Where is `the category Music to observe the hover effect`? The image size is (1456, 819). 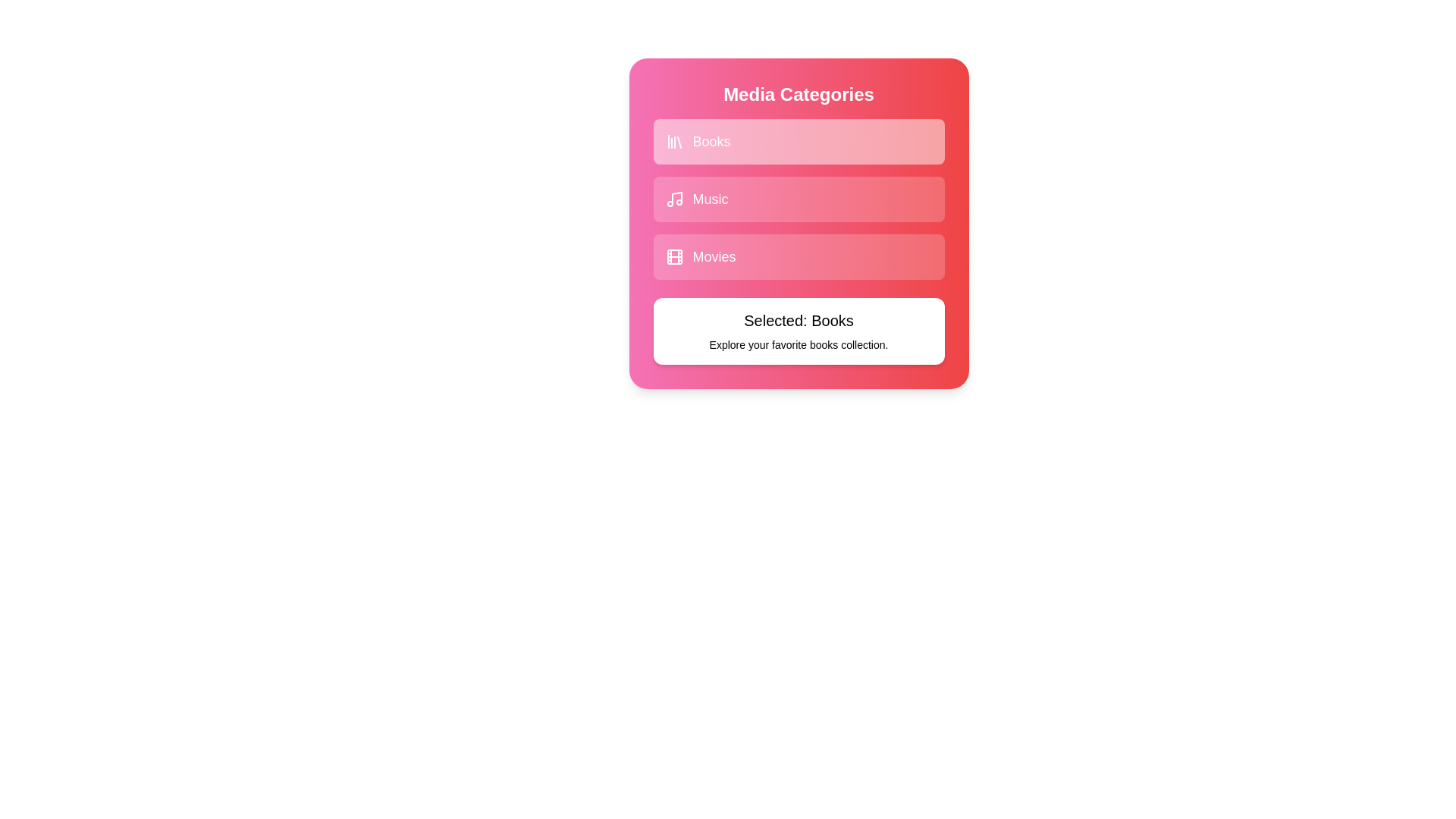 the category Music to observe the hover effect is located at coordinates (798, 198).